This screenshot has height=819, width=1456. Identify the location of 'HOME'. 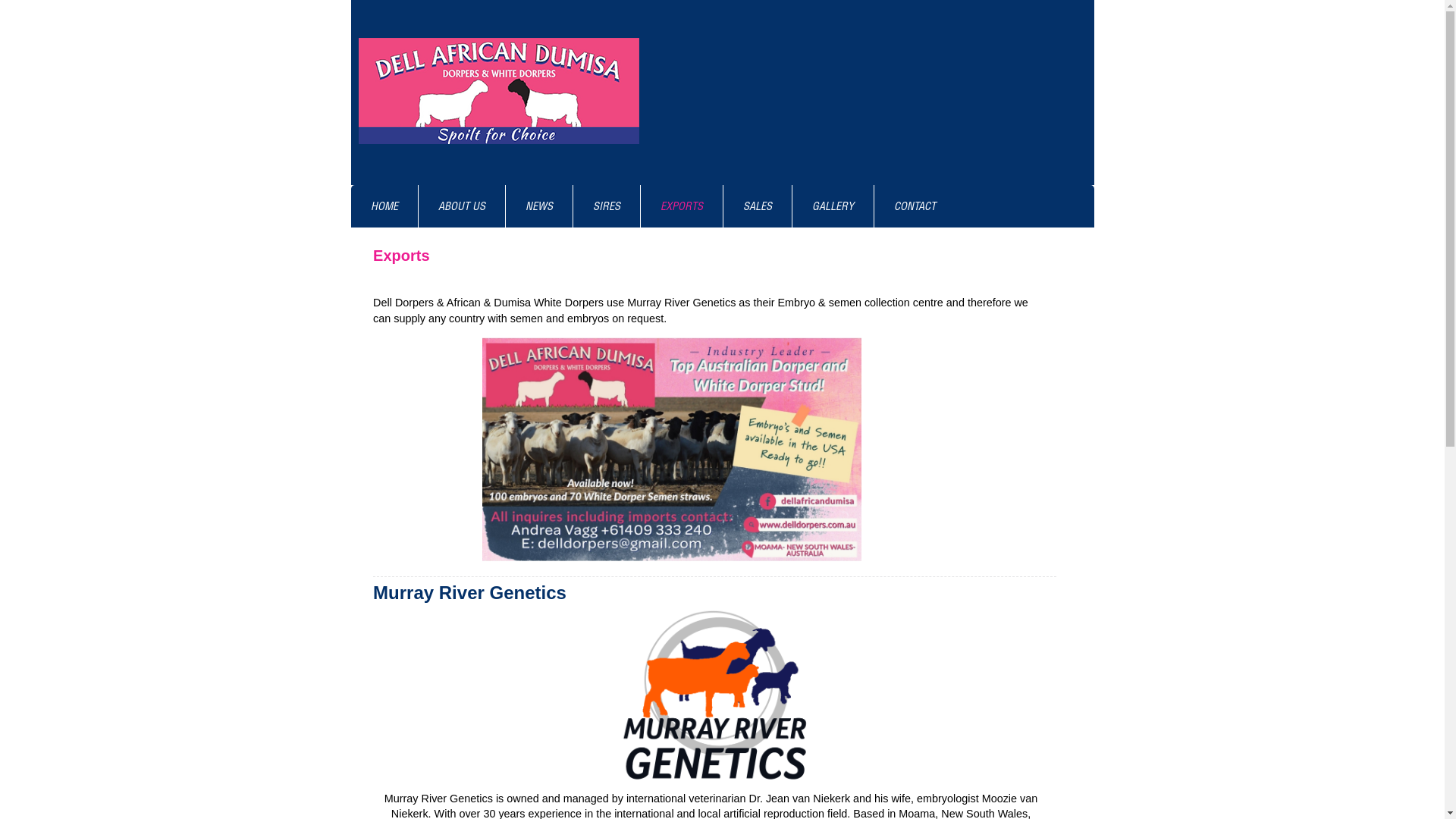
(383, 206).